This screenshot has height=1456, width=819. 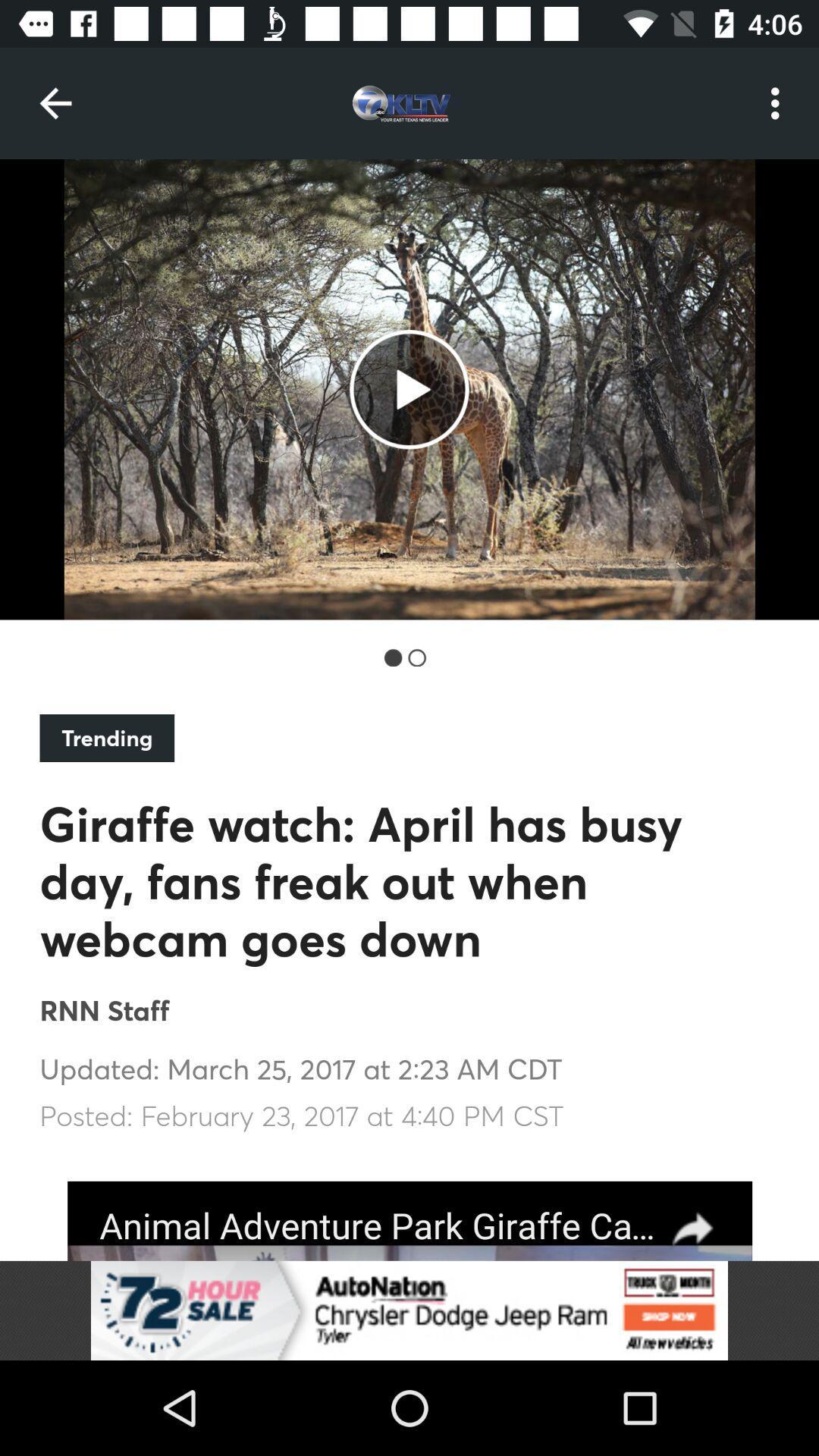 I want to click on open share options, so click(x=409, y=1221).